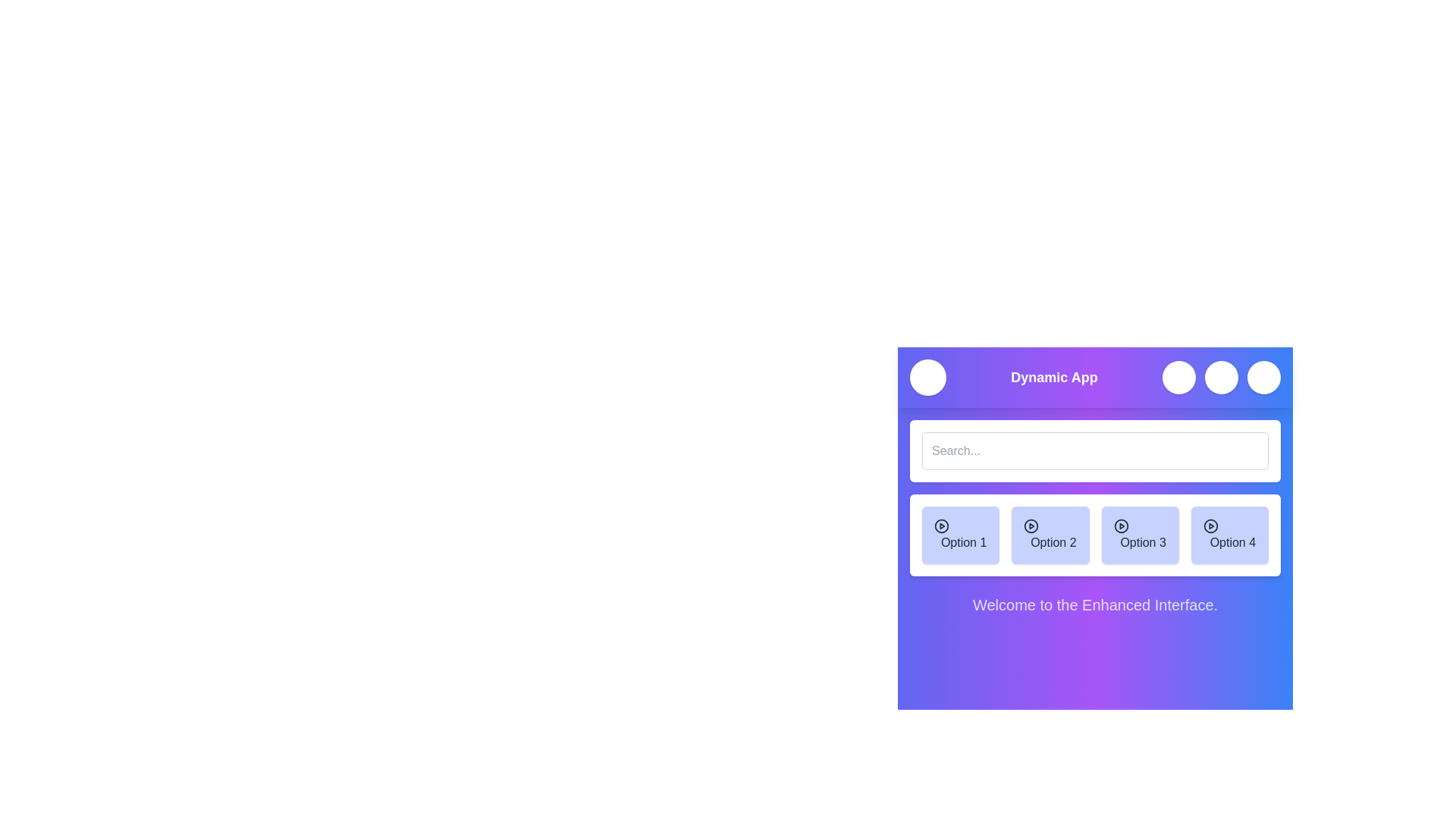  What do you see at coordinates (1050, 534) in the screenshot?
I see `the menu option Option 2 to select it` at bounding box center [1050, 534].